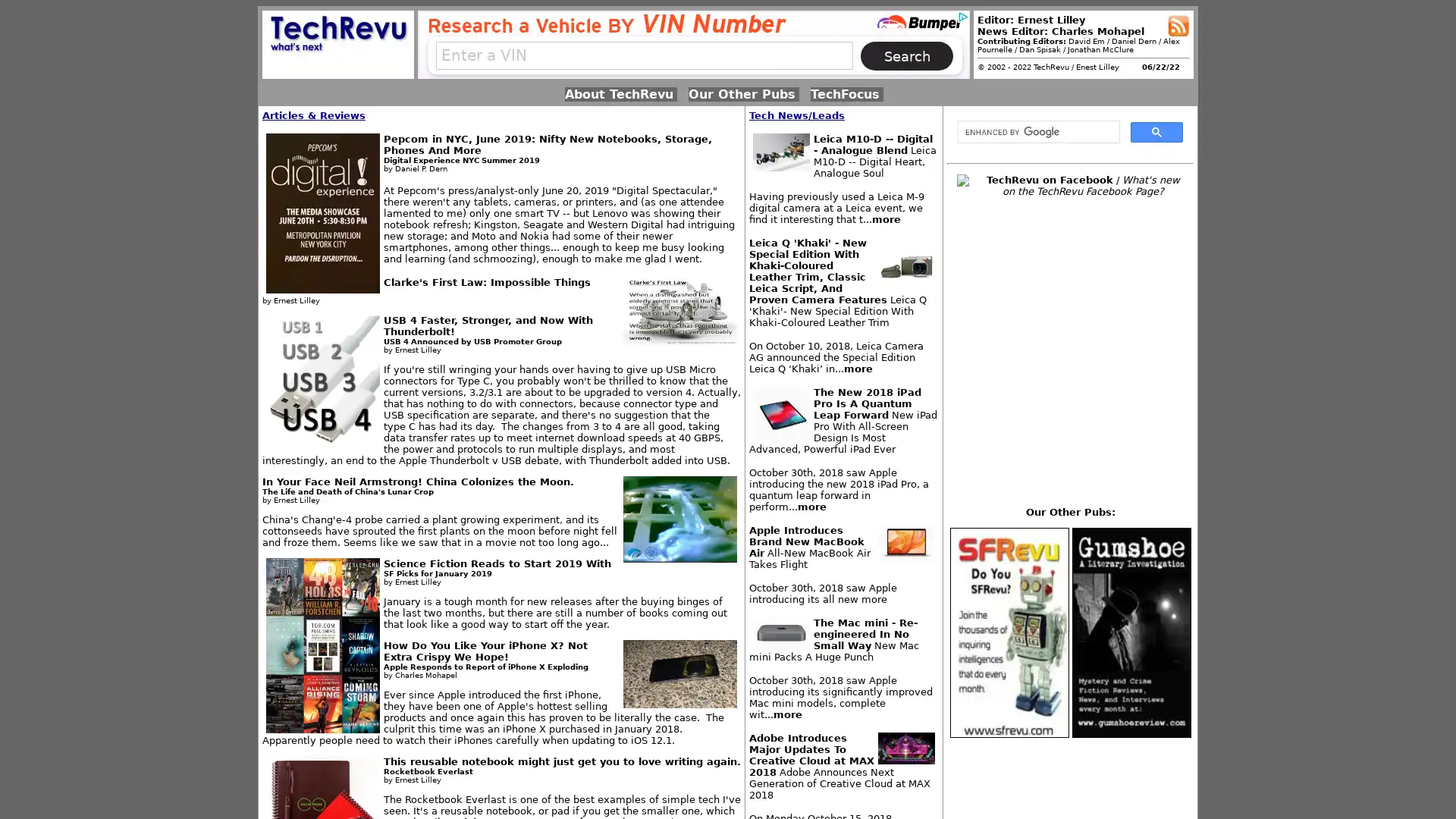 The image size is (1456, 819). What do you see at coordinates (1156, 130) in the screenshot?
I see `search` at bounding box center [1156, 130].